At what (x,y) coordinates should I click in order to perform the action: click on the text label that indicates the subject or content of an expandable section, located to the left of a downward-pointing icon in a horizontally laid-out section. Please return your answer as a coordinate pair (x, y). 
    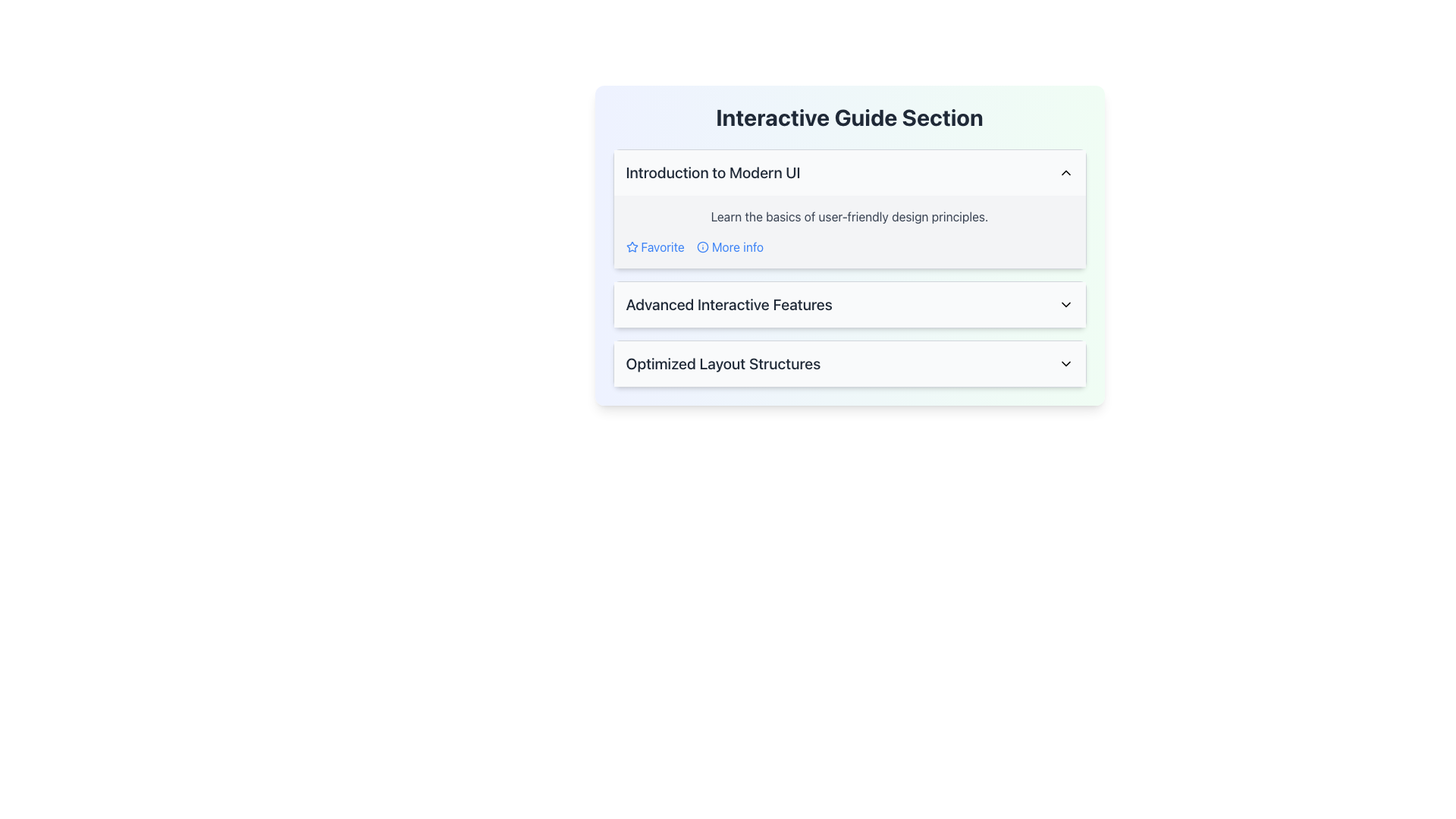
    Looking at the image, I should click on (729, 304).